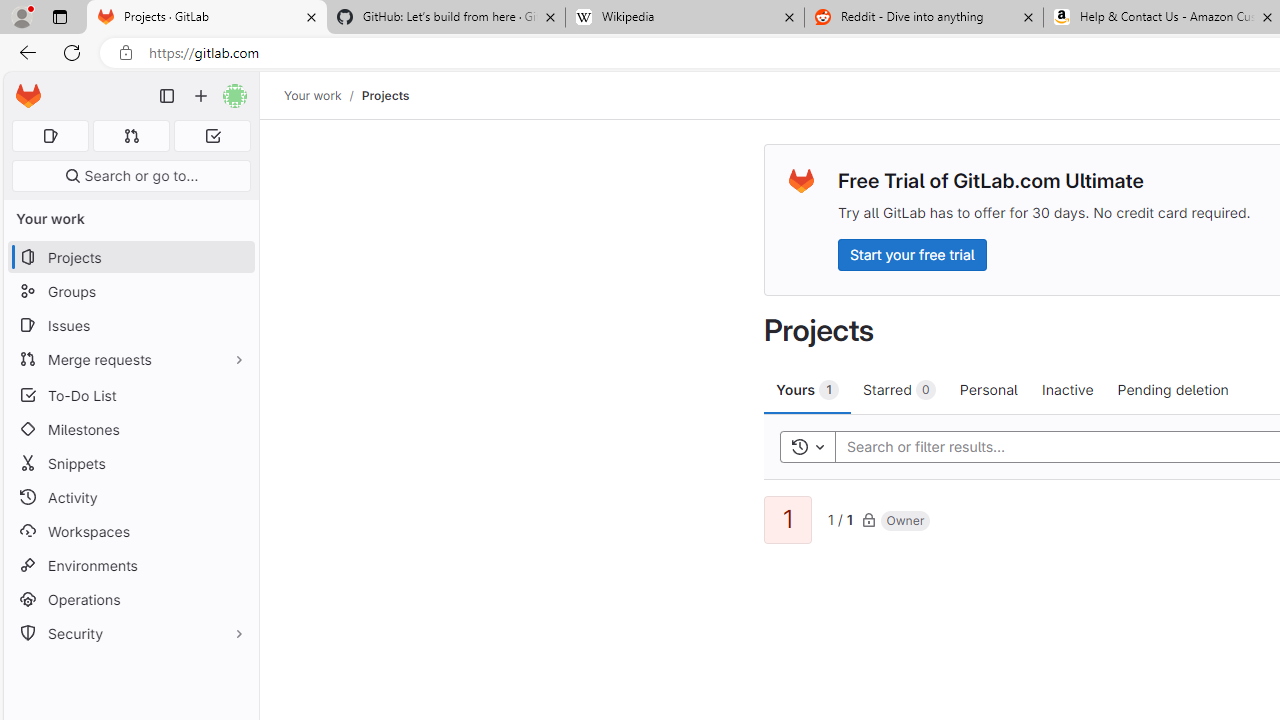 This screenshot has height=720, width=1280. What do you see at coordinates (130, 358) in the screenshot?
I see `'Merge requests'` at bounding box center [130, 358].